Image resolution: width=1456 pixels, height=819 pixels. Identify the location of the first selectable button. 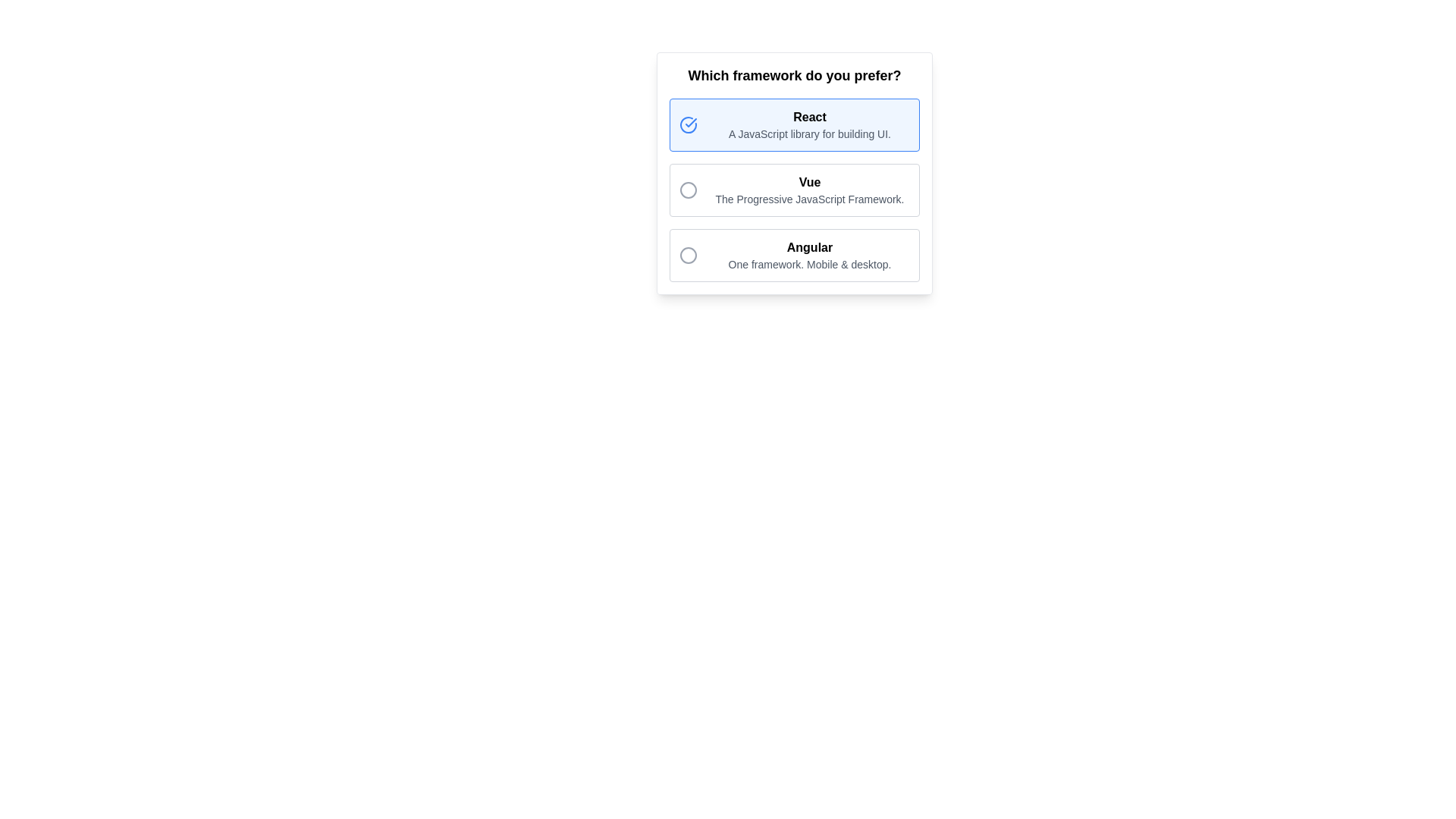
(793, 124).